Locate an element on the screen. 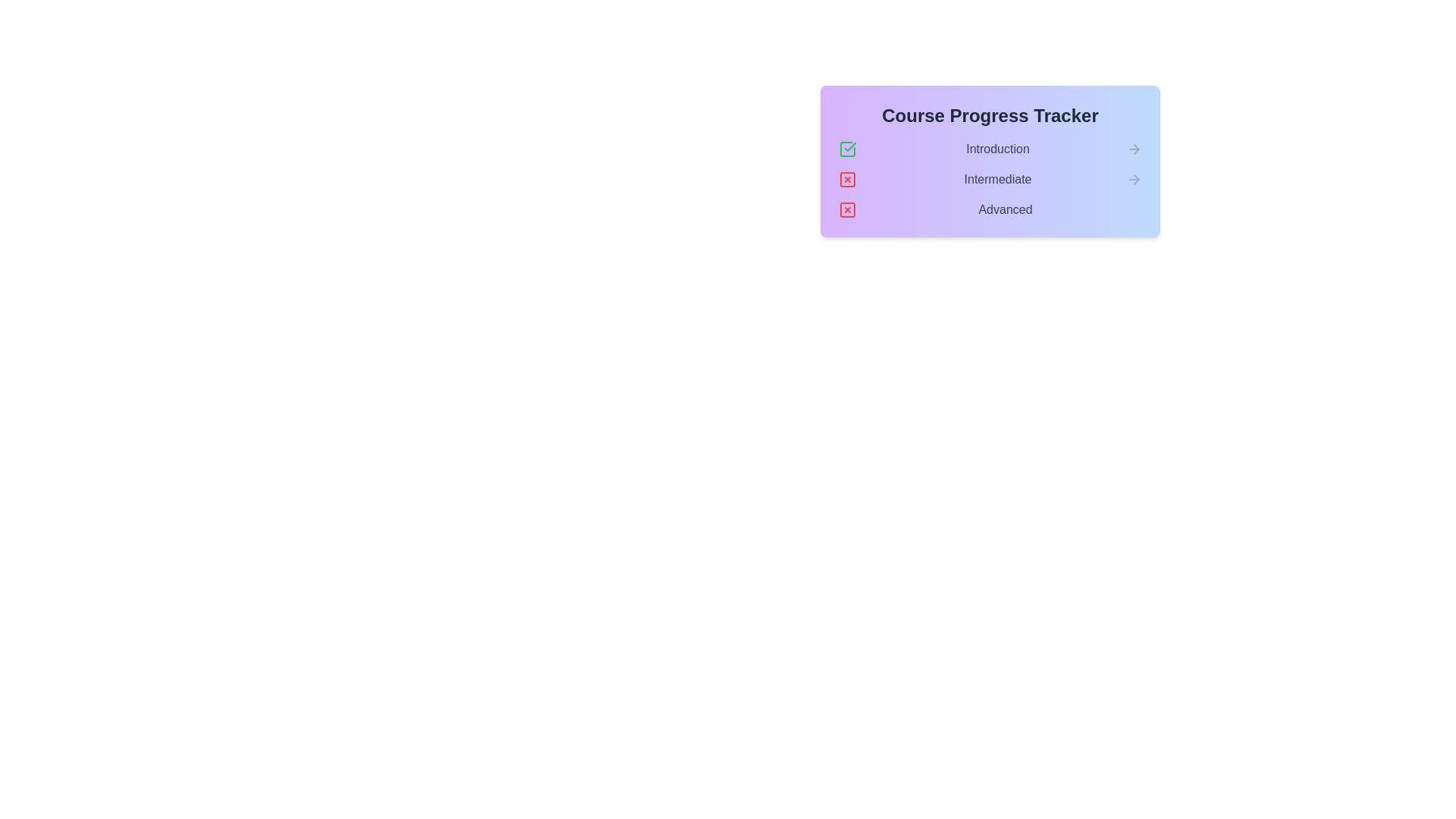  the cross icon next to the stage Intermediate is located at coordinates (847, 178).